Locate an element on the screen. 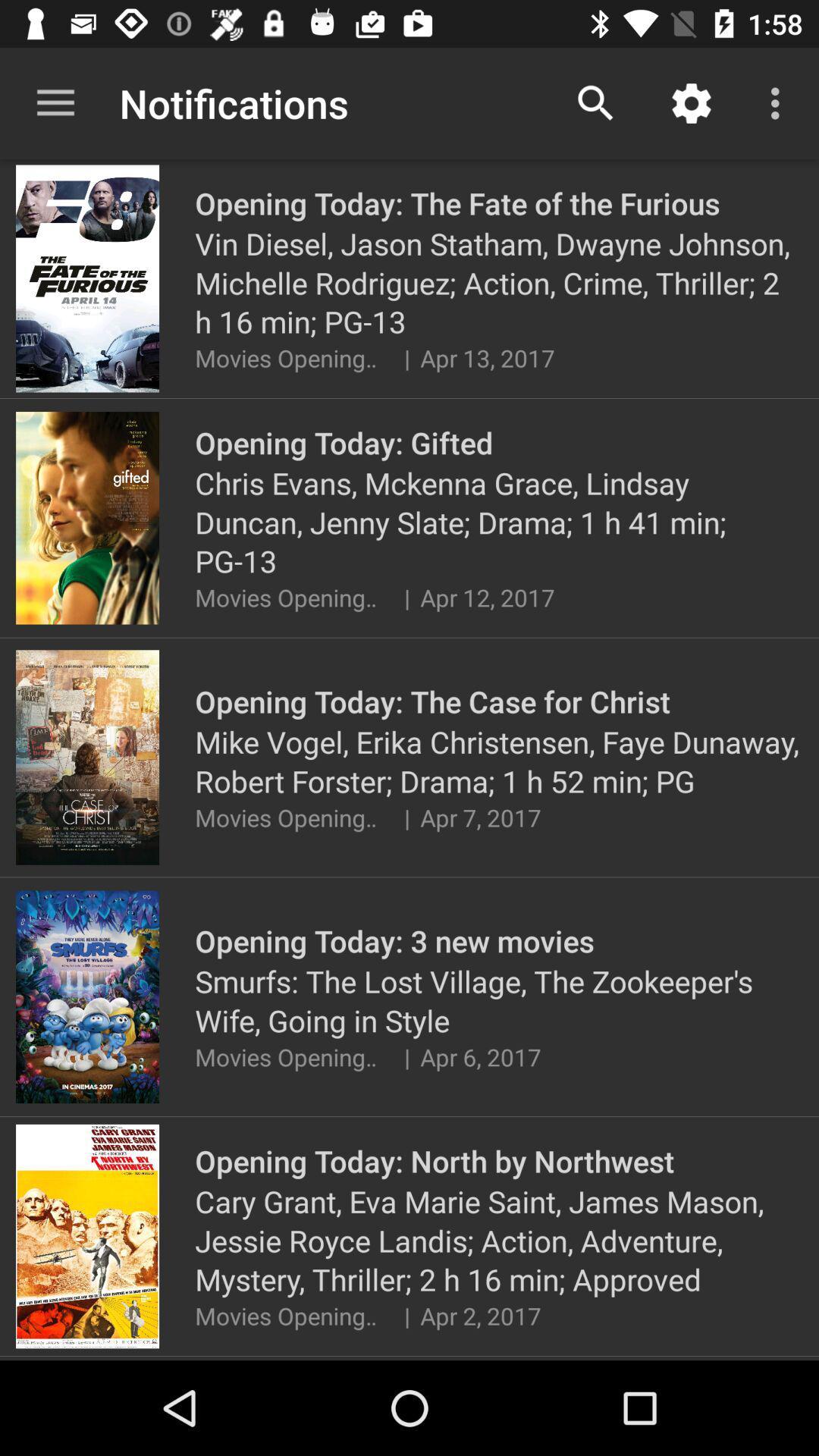  the item next to the movies opening today is located at coordinates (406, 1315).